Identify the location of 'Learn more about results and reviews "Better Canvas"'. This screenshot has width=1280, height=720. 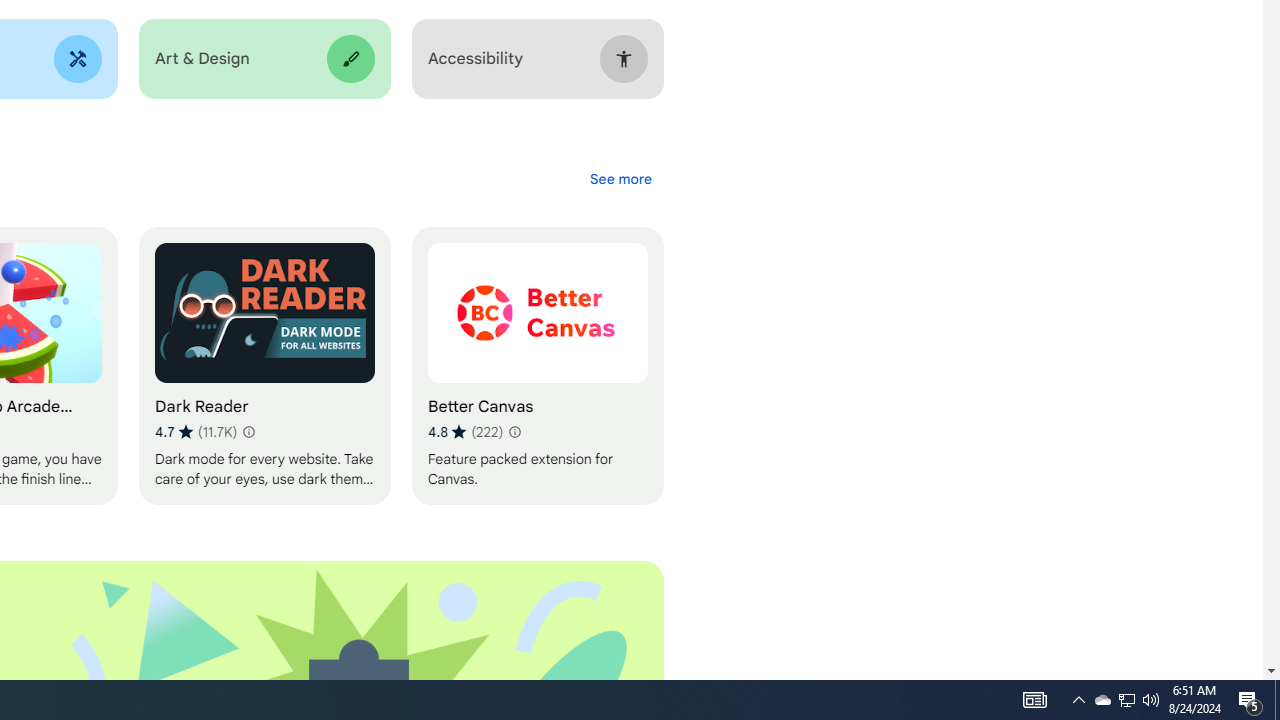
(513, 431).